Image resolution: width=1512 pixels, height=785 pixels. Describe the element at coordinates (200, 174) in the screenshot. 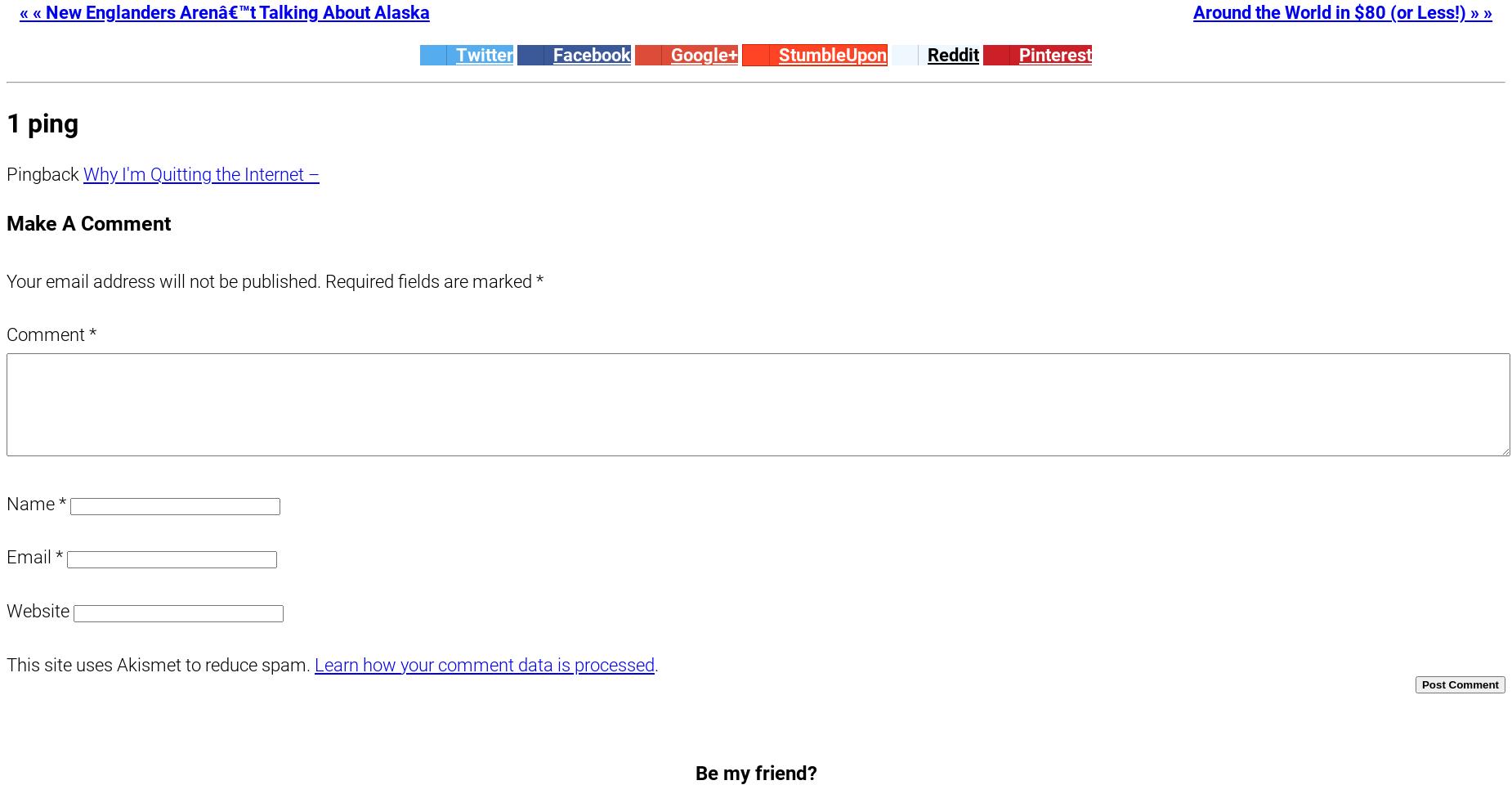

I see `'Why I'm Quitting the Internet –'` at that location.